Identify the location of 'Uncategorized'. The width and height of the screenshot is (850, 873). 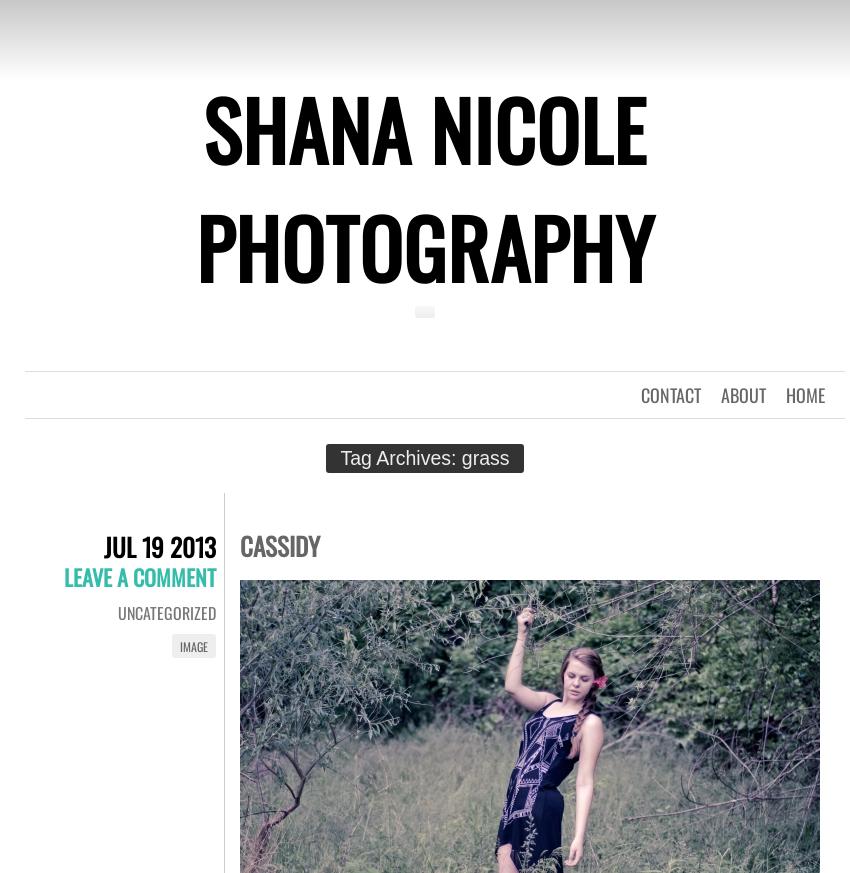
(167, 613).